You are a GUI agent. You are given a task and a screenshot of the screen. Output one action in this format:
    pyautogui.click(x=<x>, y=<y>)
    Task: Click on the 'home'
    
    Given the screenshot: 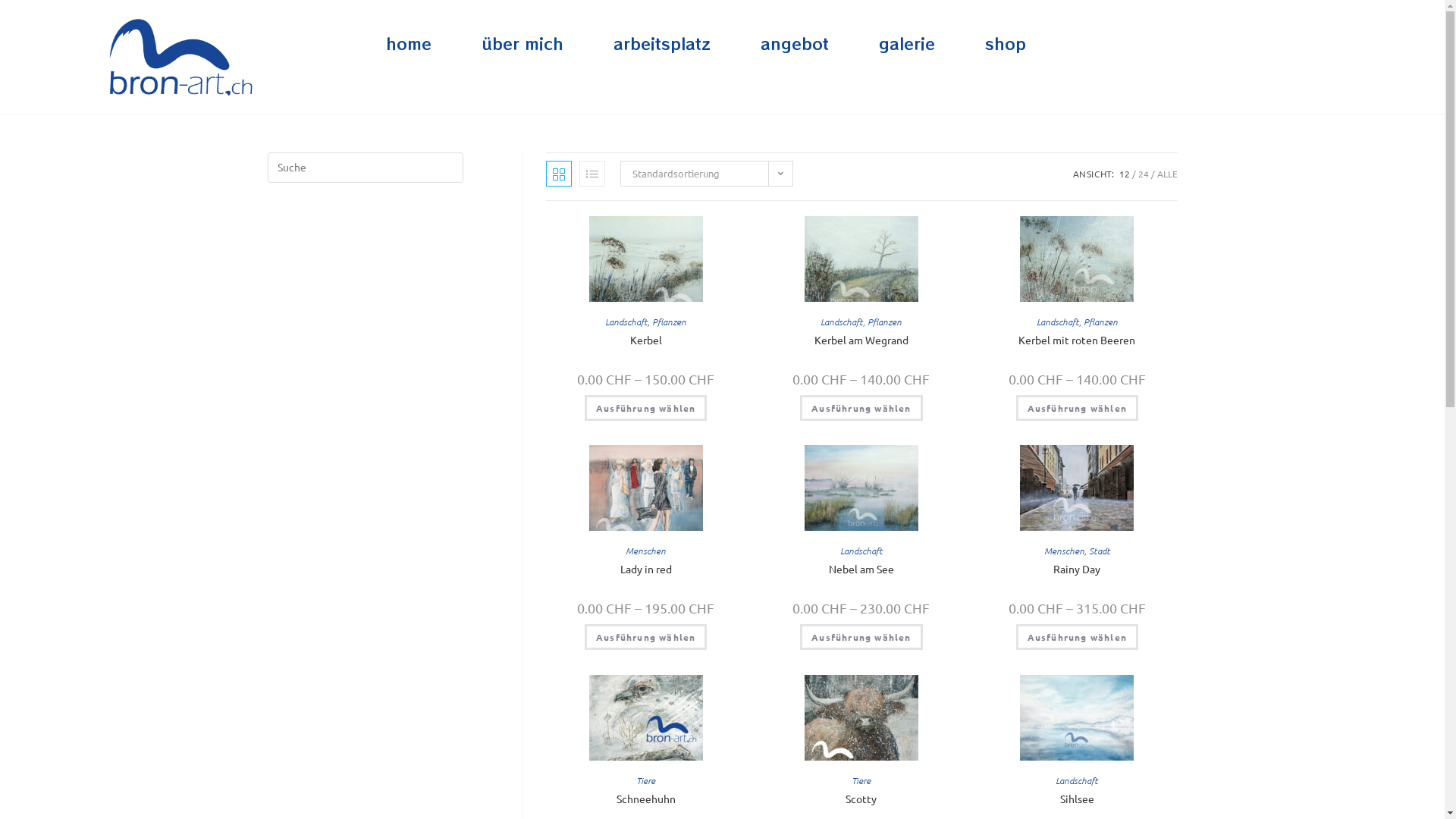 What is the action you would take?
    pyautogui.click(x=408, y=42)
    